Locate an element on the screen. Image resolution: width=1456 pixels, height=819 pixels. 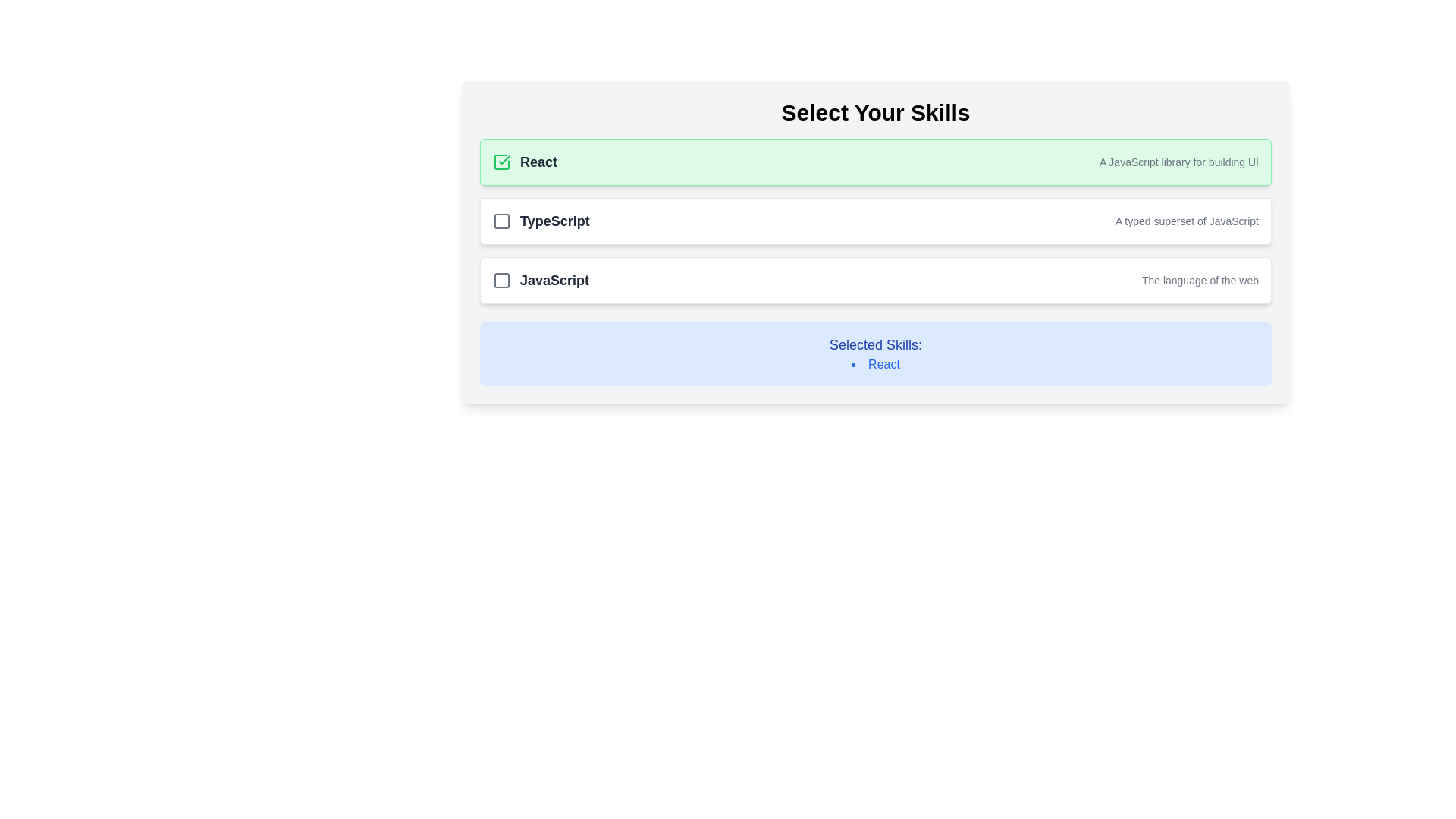
the text label displaying 'A typed superset of JavaScript' in gray font, located on the right side of the 'TypeScript' card is located at coordinates (1186, 221).